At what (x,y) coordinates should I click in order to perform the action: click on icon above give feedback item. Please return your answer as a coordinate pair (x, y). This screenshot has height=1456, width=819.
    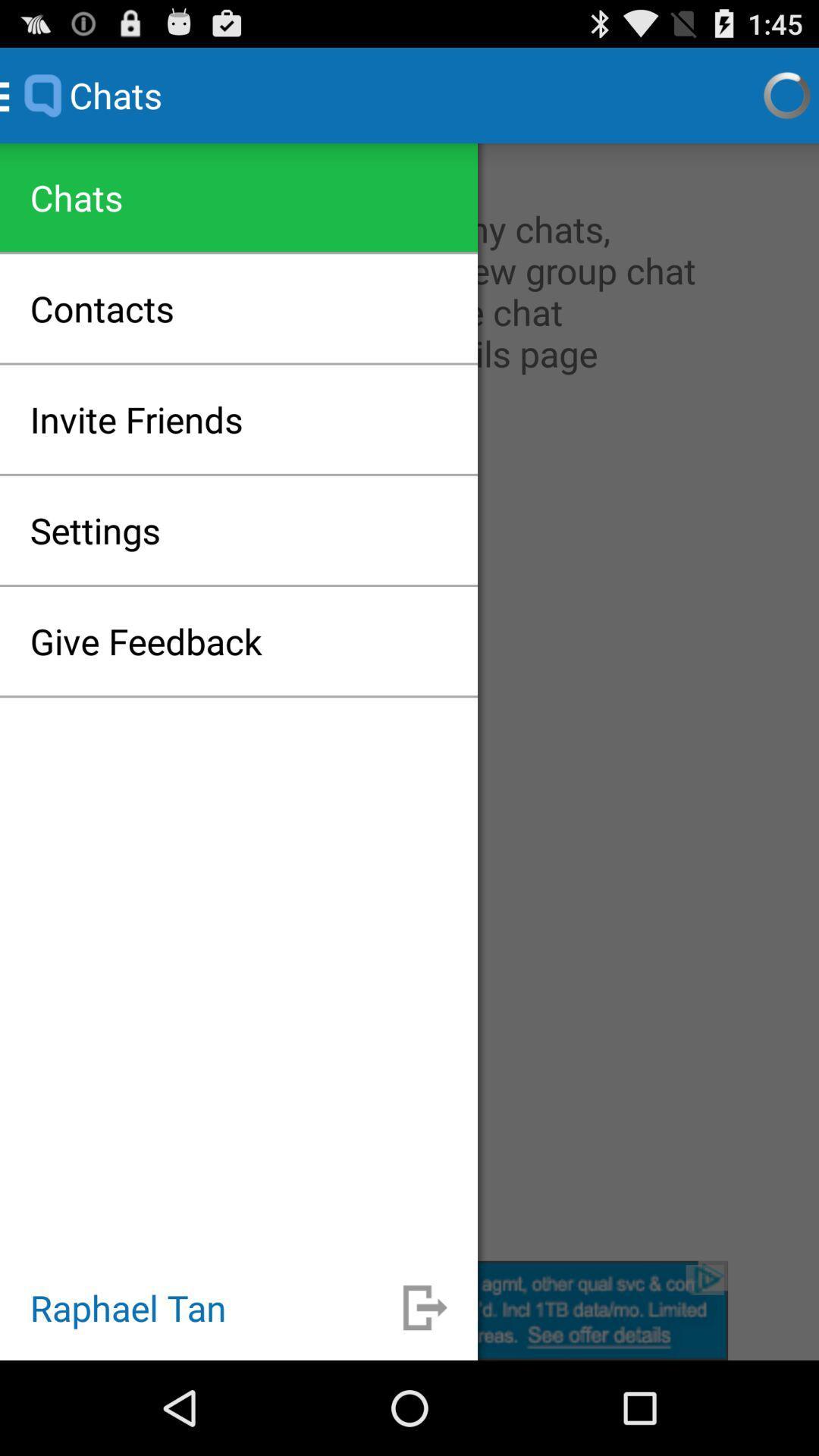
    Looking at the image, I should click on (95, 530).